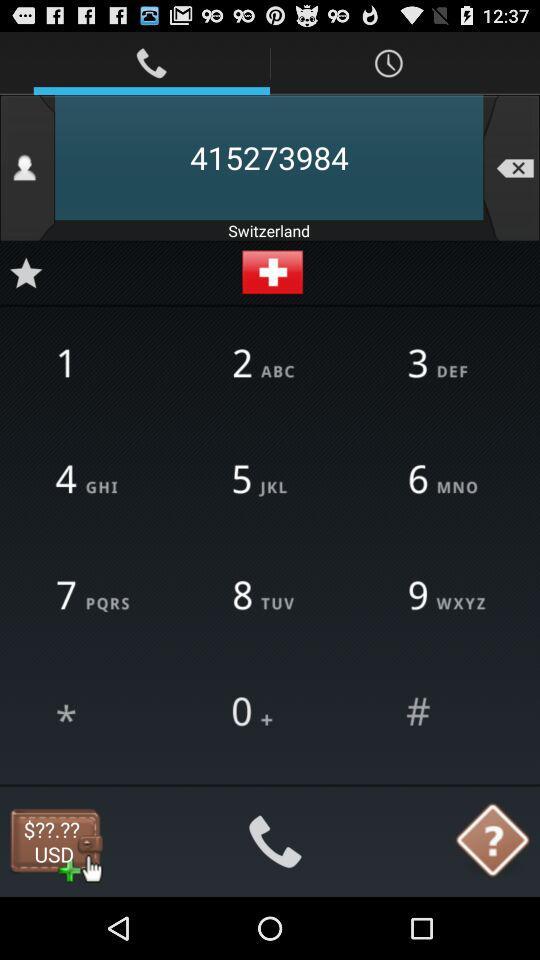 This screenshot has width=540, height=960. Describe the element at coordinates (93, 597) in the screenshot. I see `on the seventh number` at that location.